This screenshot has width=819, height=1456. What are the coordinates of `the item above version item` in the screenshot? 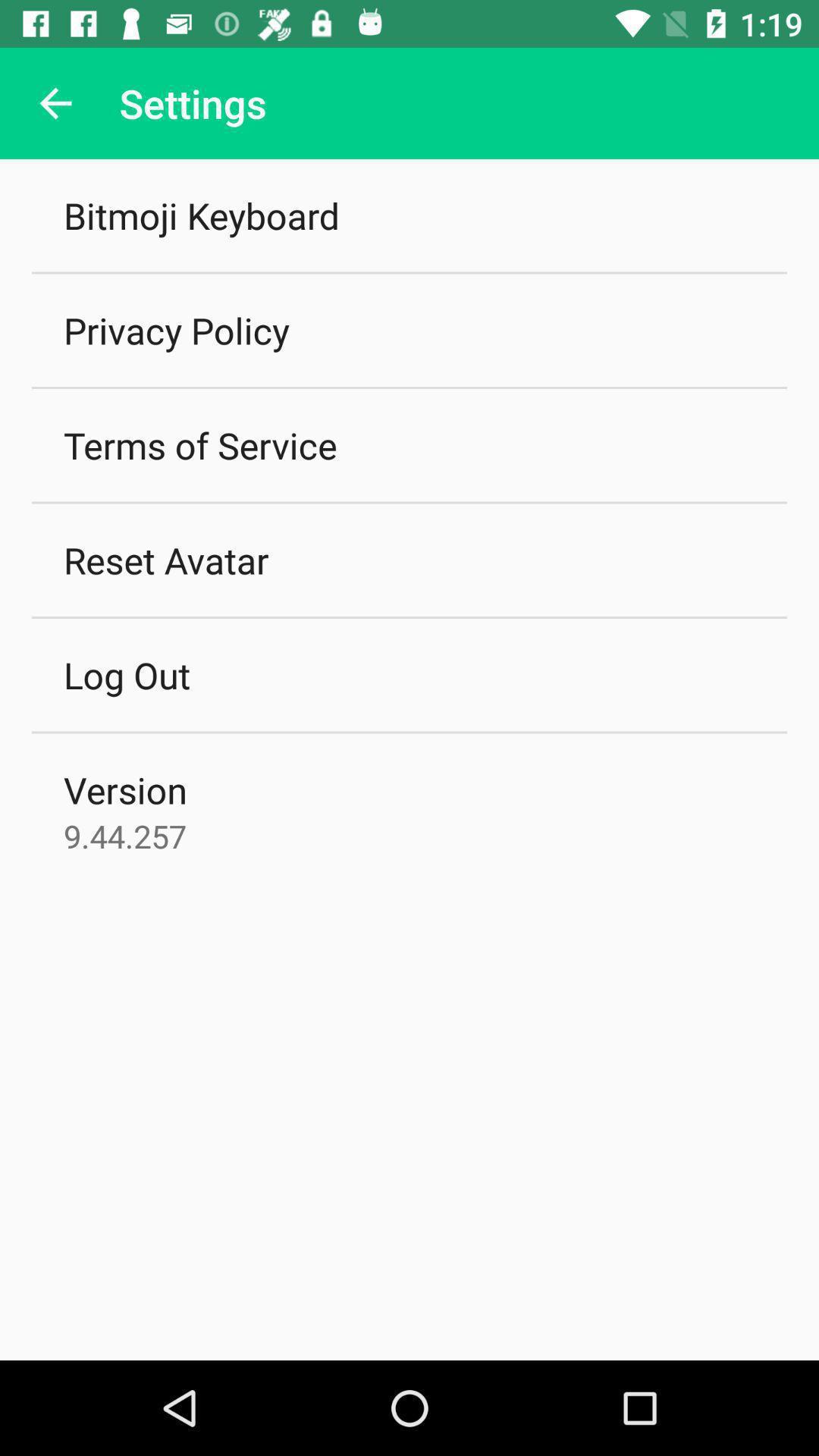 It's located at (126, 674).